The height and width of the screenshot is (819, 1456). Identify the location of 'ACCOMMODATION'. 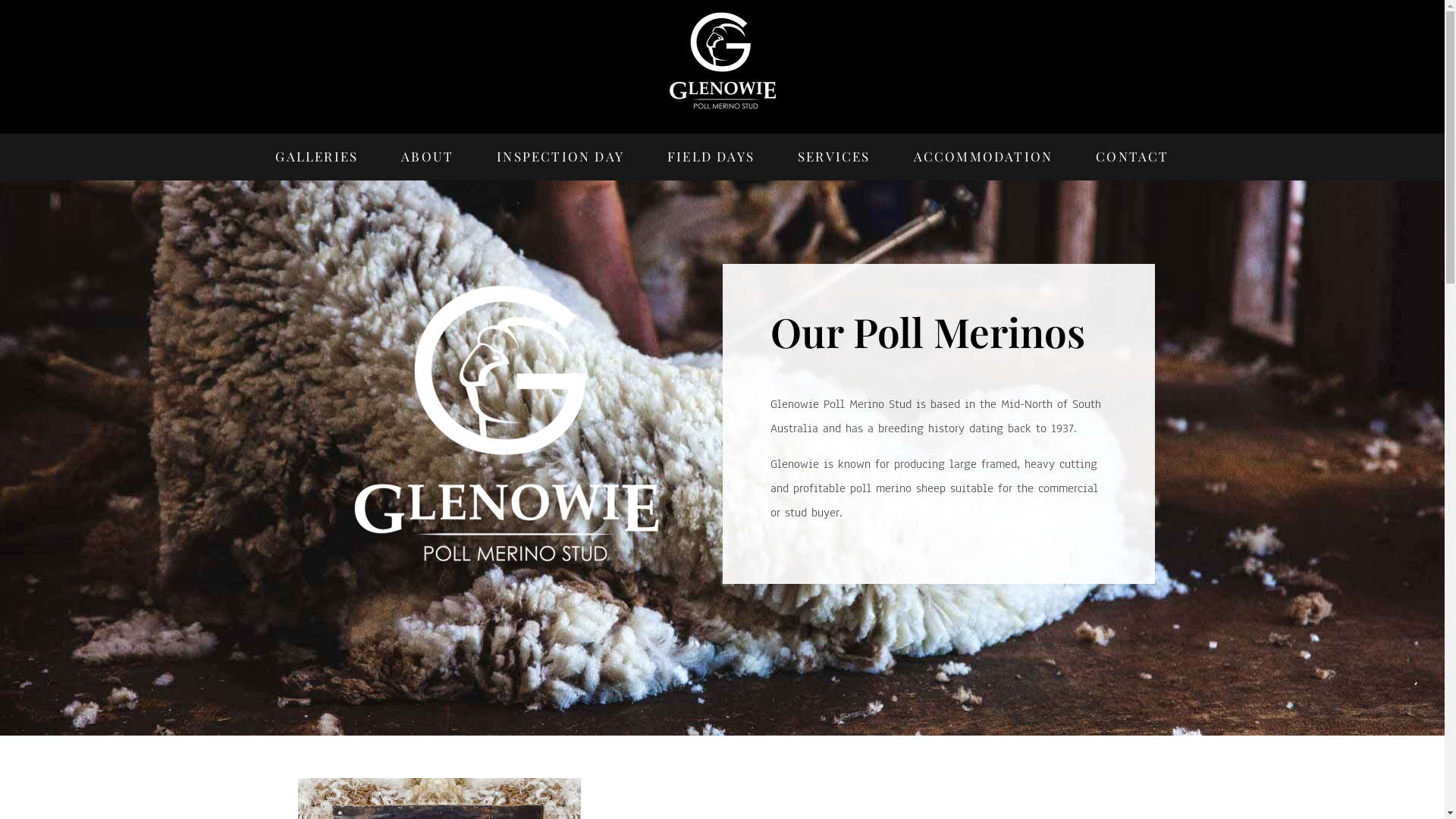
(983, 157).